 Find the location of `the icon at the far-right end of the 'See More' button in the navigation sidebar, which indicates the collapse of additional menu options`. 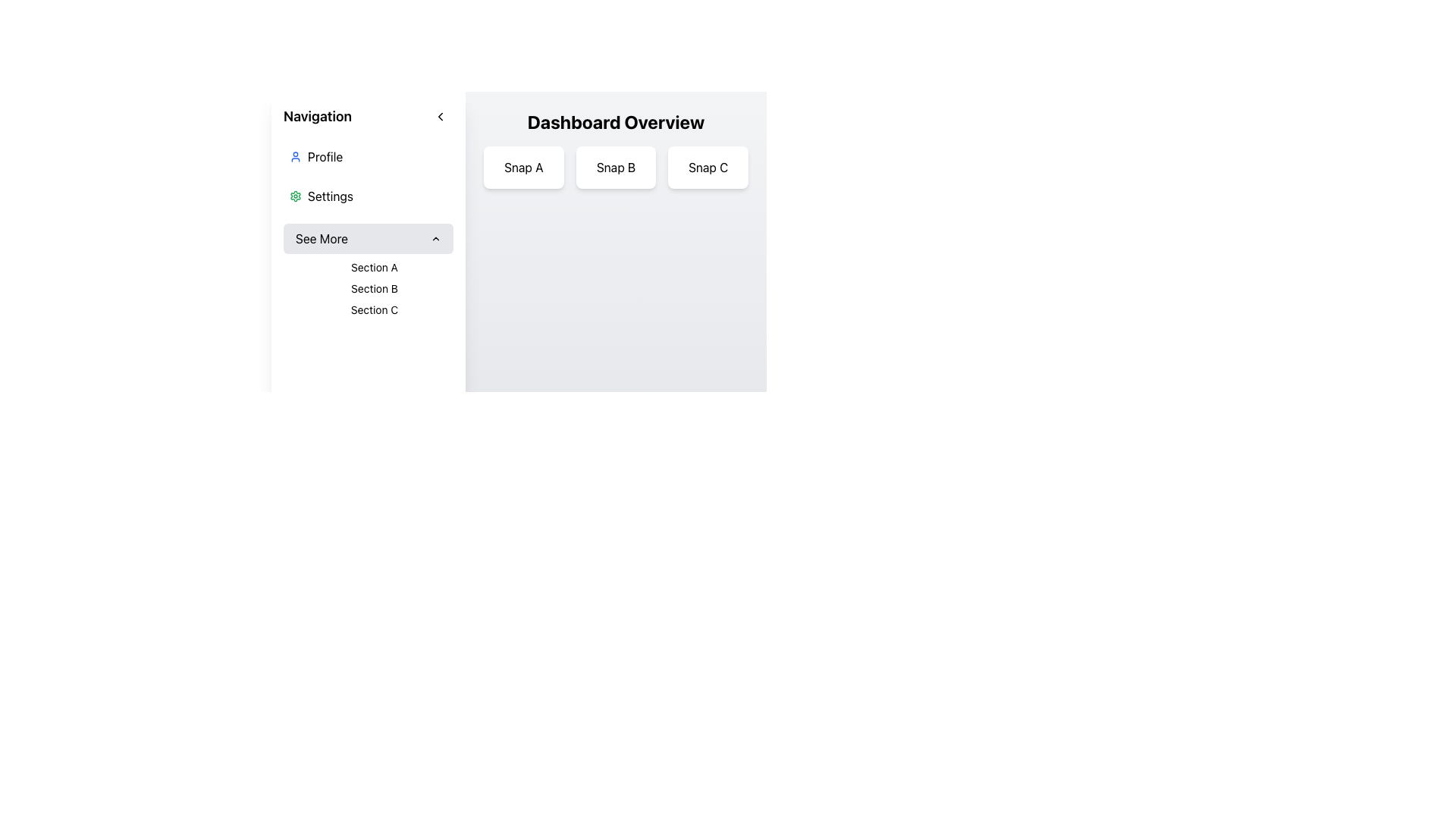

the icon at the far-right end of the 'See More' button in the navigation sidebar, which indicates the collapse of additional menu options is located at coordinates (435, 239).